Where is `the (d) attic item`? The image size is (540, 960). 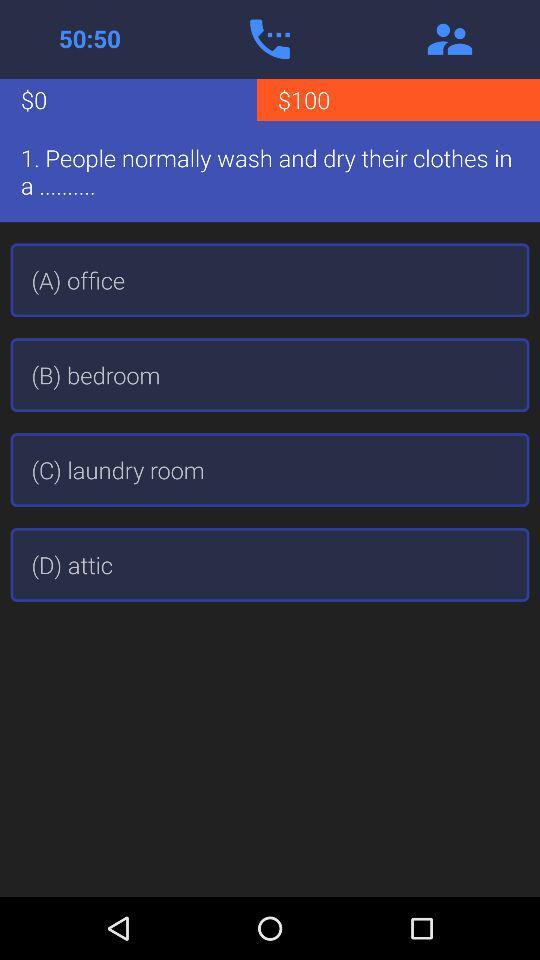 the (d) attic item is located at coordinates (270, 564).